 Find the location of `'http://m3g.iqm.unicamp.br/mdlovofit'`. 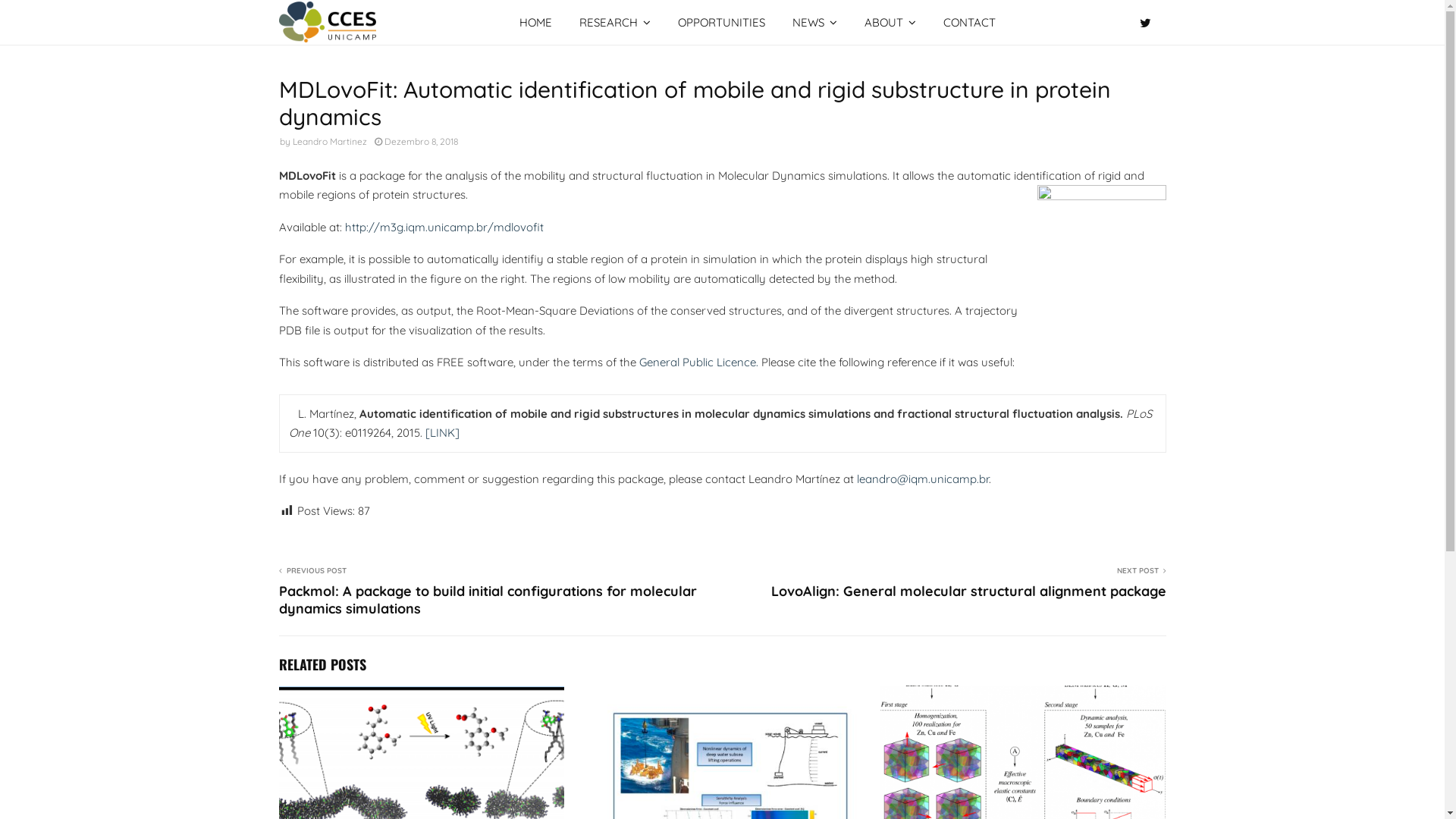

'http://m3g.iqm.unicamp.br/mdlovofit' is located at coordinates (443, 227).